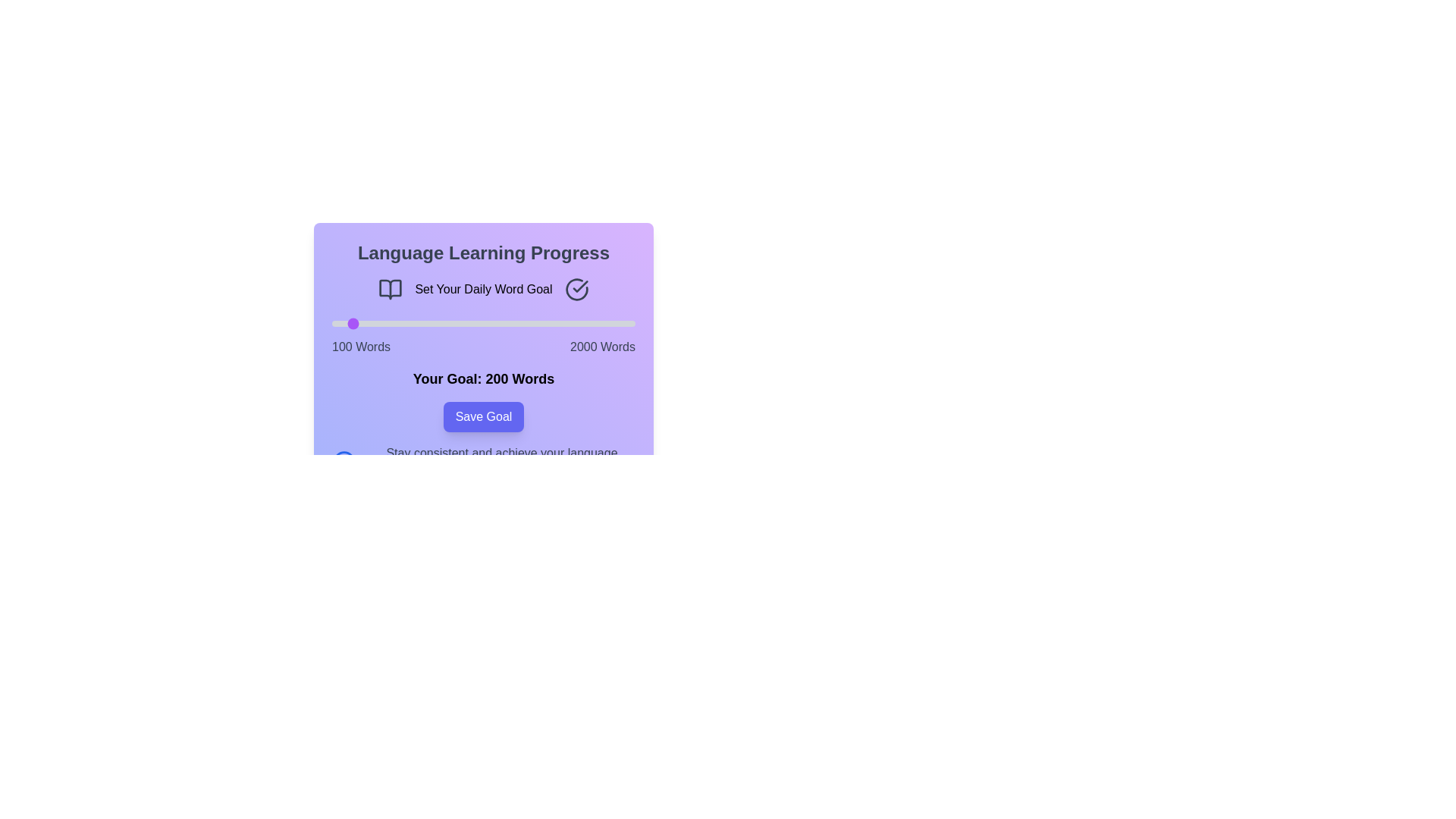 The image size is (1456, 819). What do you see at coordinates (604, 323) in the screenshot?
I see `the slider to set the word count to 1810` at bounding box center [604, 323].